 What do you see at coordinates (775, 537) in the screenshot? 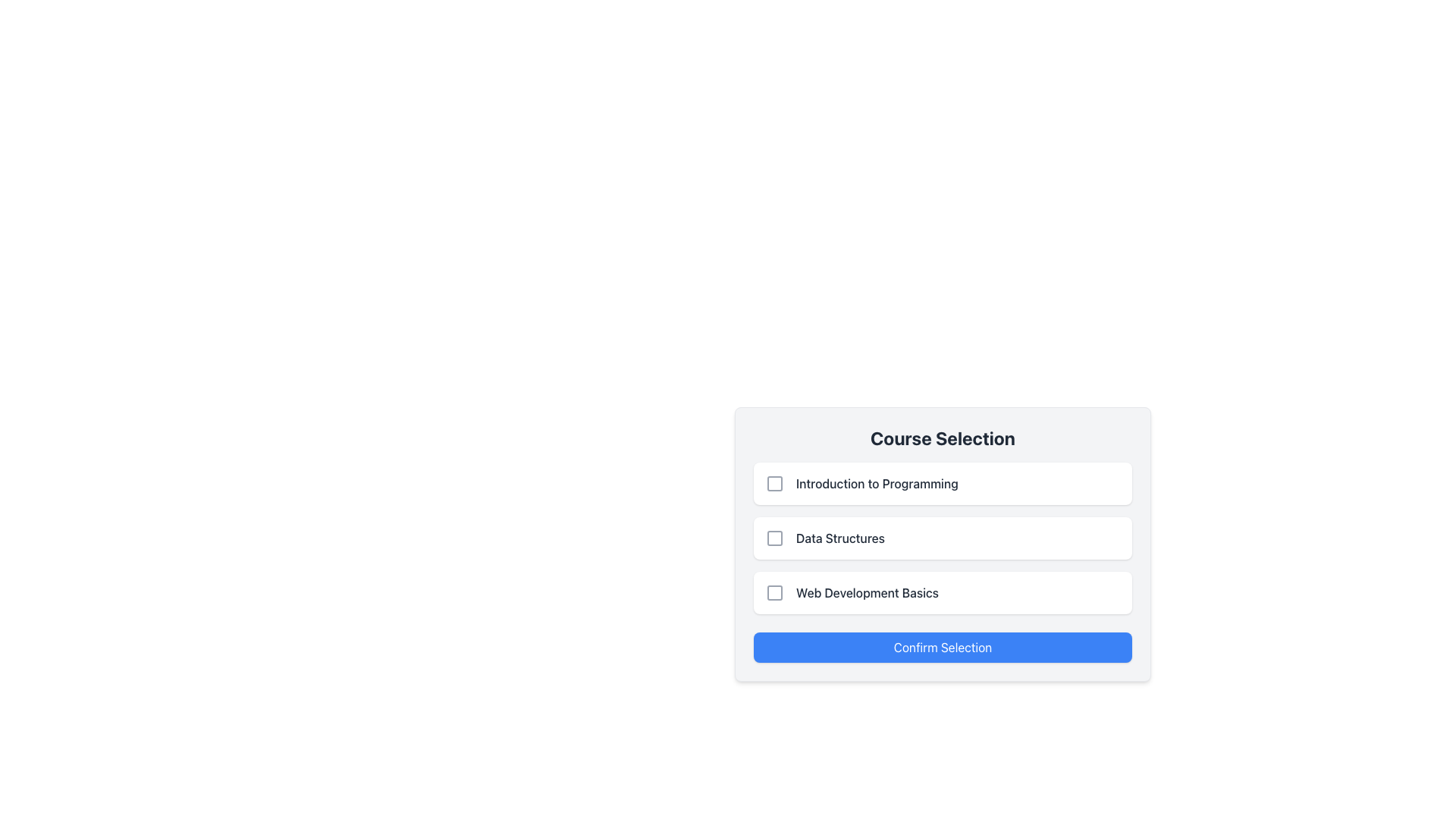
I see `the selected state graphical indicator of the 'Data Structures' checkbox` at bounding box center [775, 537].